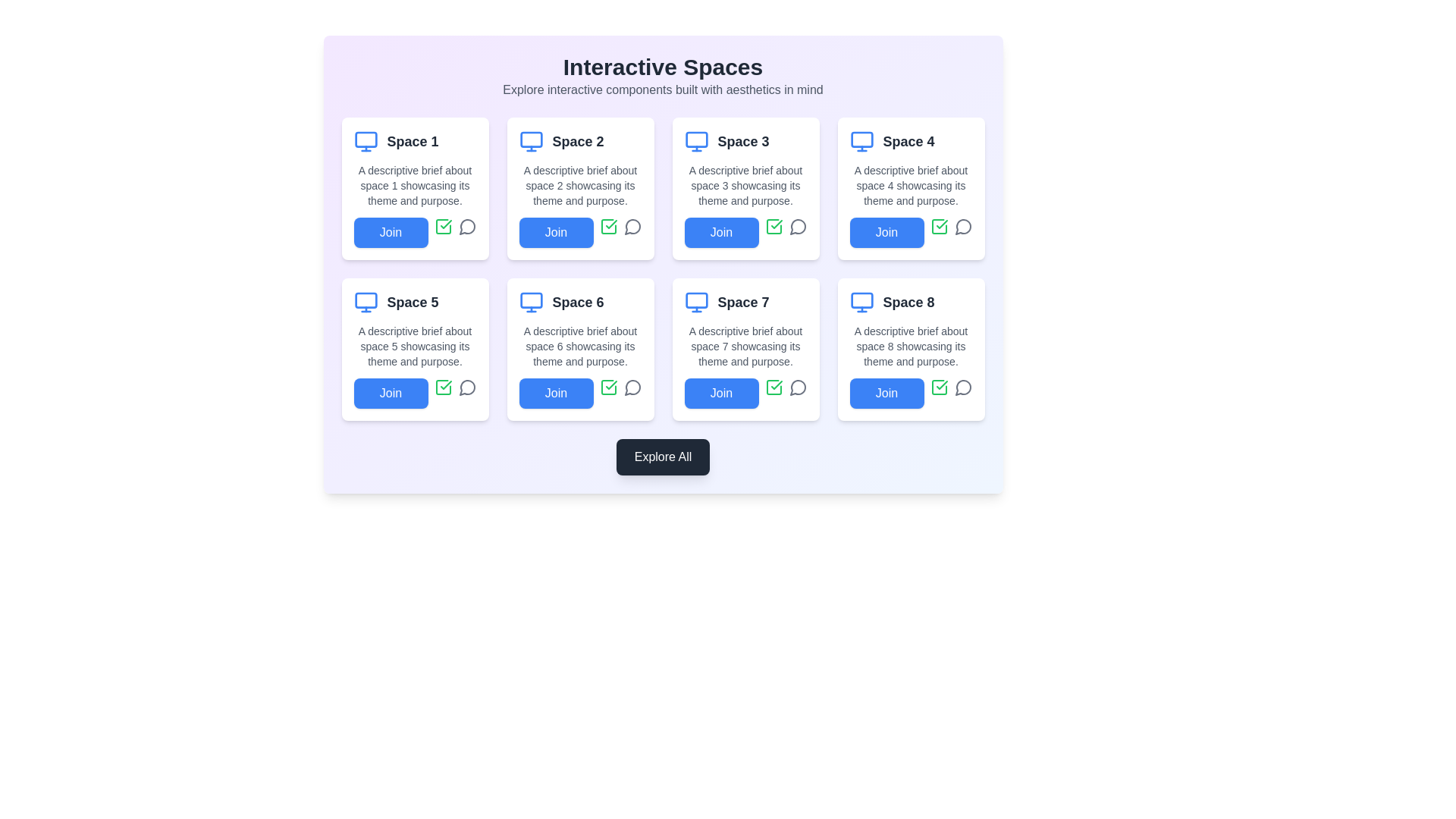  What do you see at coordinates (743, 302) in the screenshot?
I see `the title text of the seventh interactive space card located in the bottom-left part of the interface, positioned above the descriptive text and adjacent to the blue 'Join' button` at bounding box center [743, 302].